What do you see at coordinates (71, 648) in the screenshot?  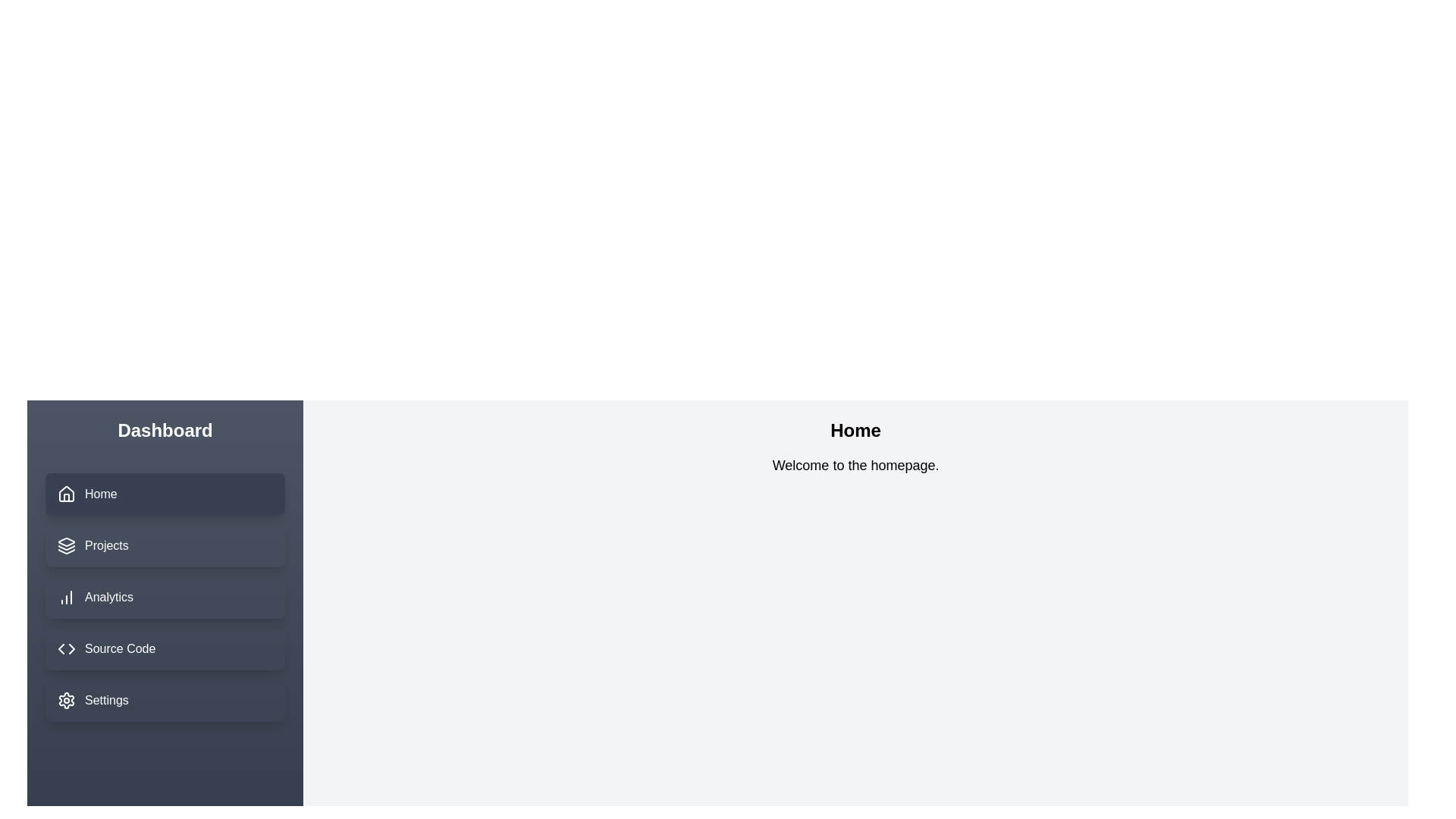 I see `the right-side SVG icon in the sidebar menu next to the 'Source Code' menu item` at bounding box center [71, 648].